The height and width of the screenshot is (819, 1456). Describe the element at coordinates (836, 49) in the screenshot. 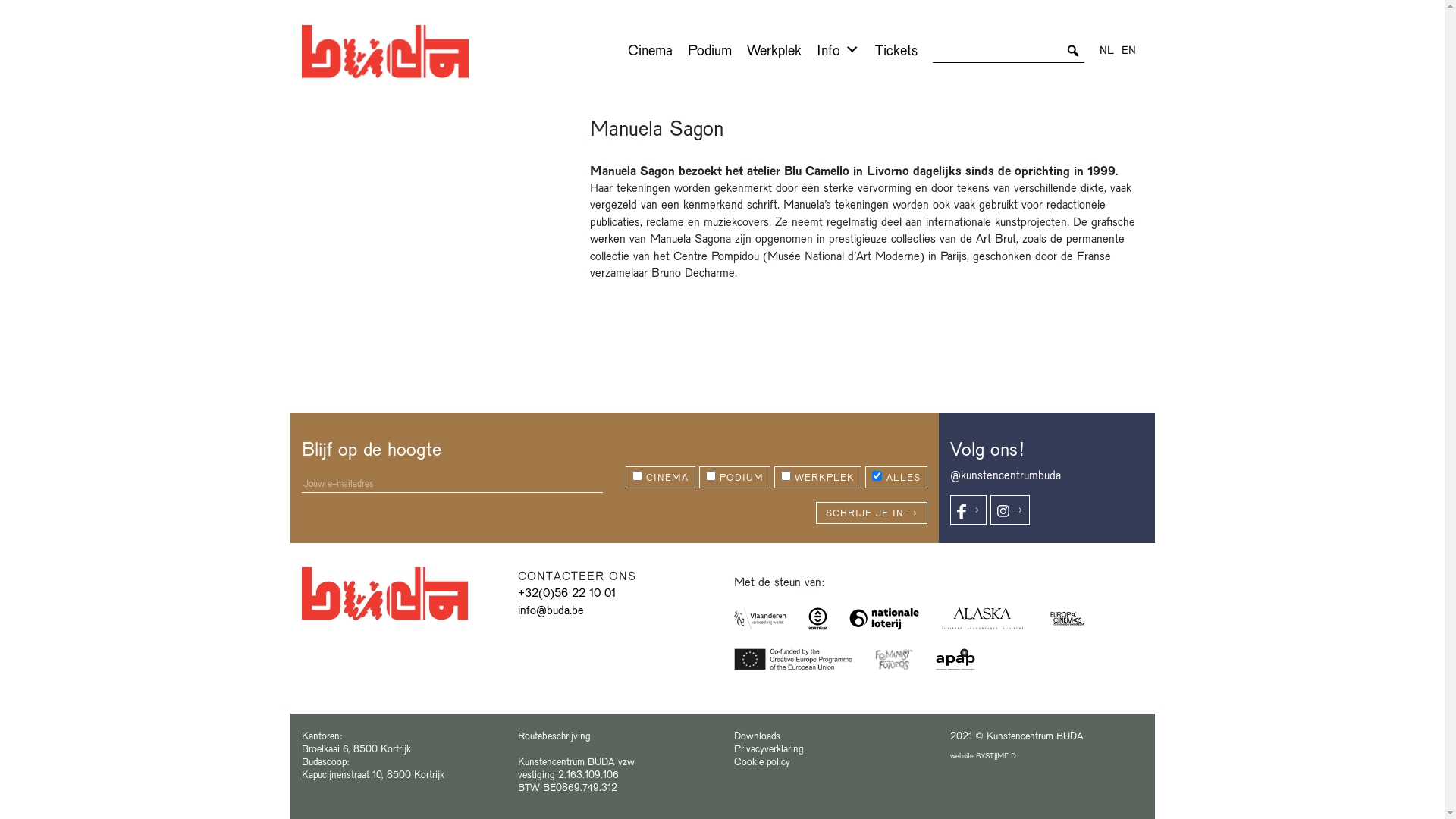

I see `'Info'` at that location.